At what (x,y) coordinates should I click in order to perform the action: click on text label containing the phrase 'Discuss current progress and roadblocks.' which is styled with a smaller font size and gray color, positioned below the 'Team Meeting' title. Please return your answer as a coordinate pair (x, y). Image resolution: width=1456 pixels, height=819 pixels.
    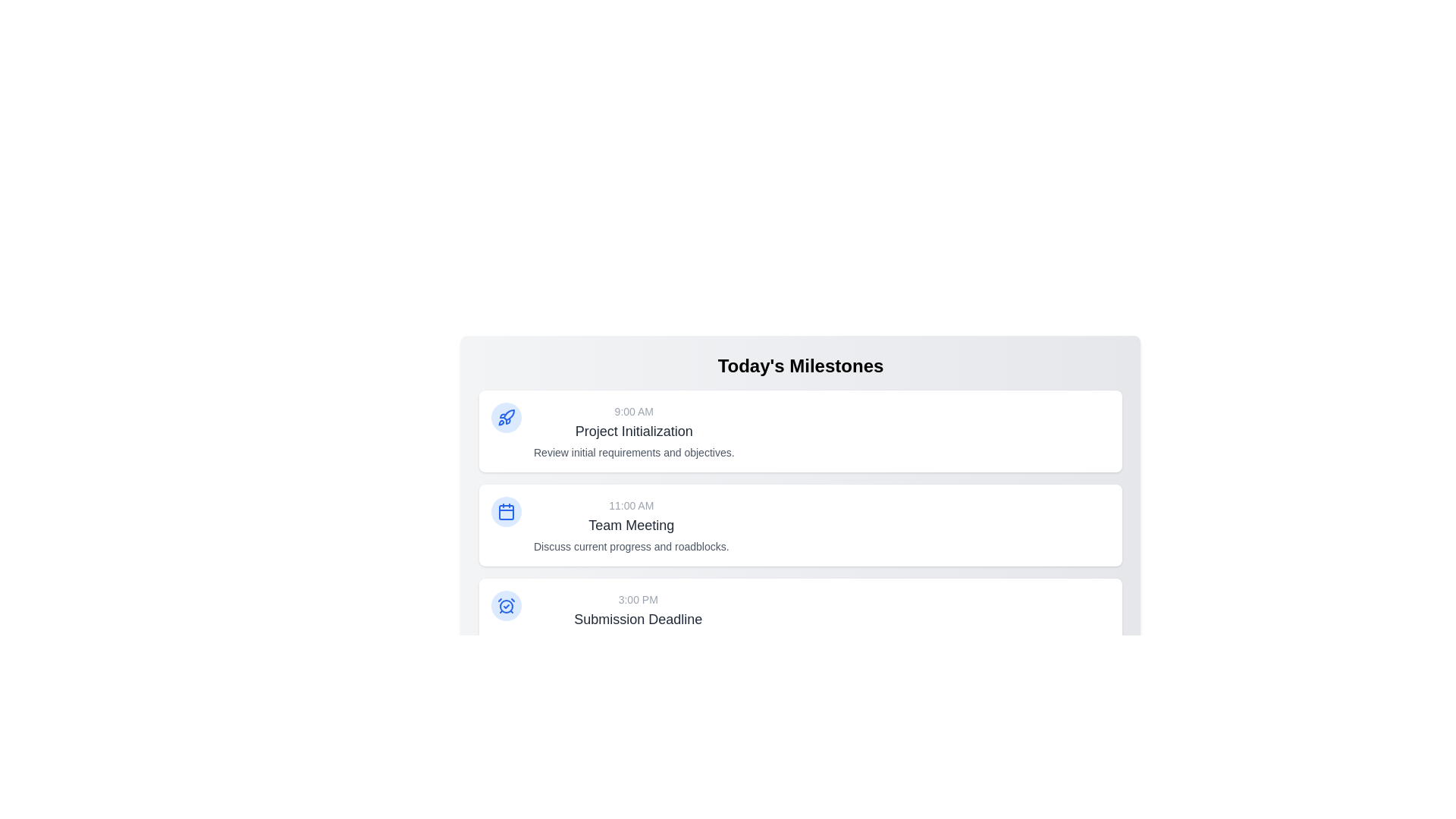
    Looking at the image, I should click on (631, 547).